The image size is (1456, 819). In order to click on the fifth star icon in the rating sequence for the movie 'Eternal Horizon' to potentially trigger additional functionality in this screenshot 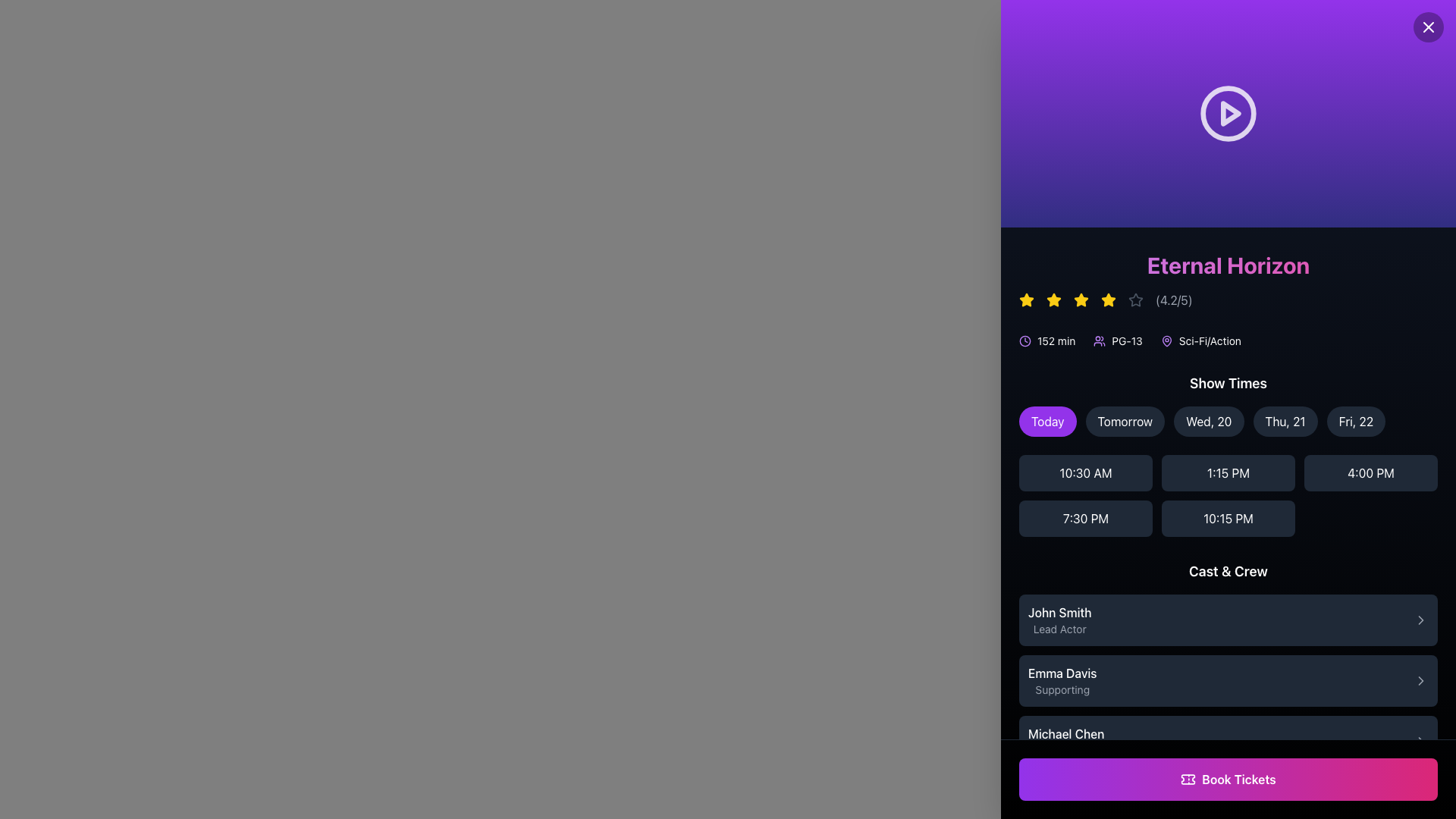, I will do `click(1109, 300)`.